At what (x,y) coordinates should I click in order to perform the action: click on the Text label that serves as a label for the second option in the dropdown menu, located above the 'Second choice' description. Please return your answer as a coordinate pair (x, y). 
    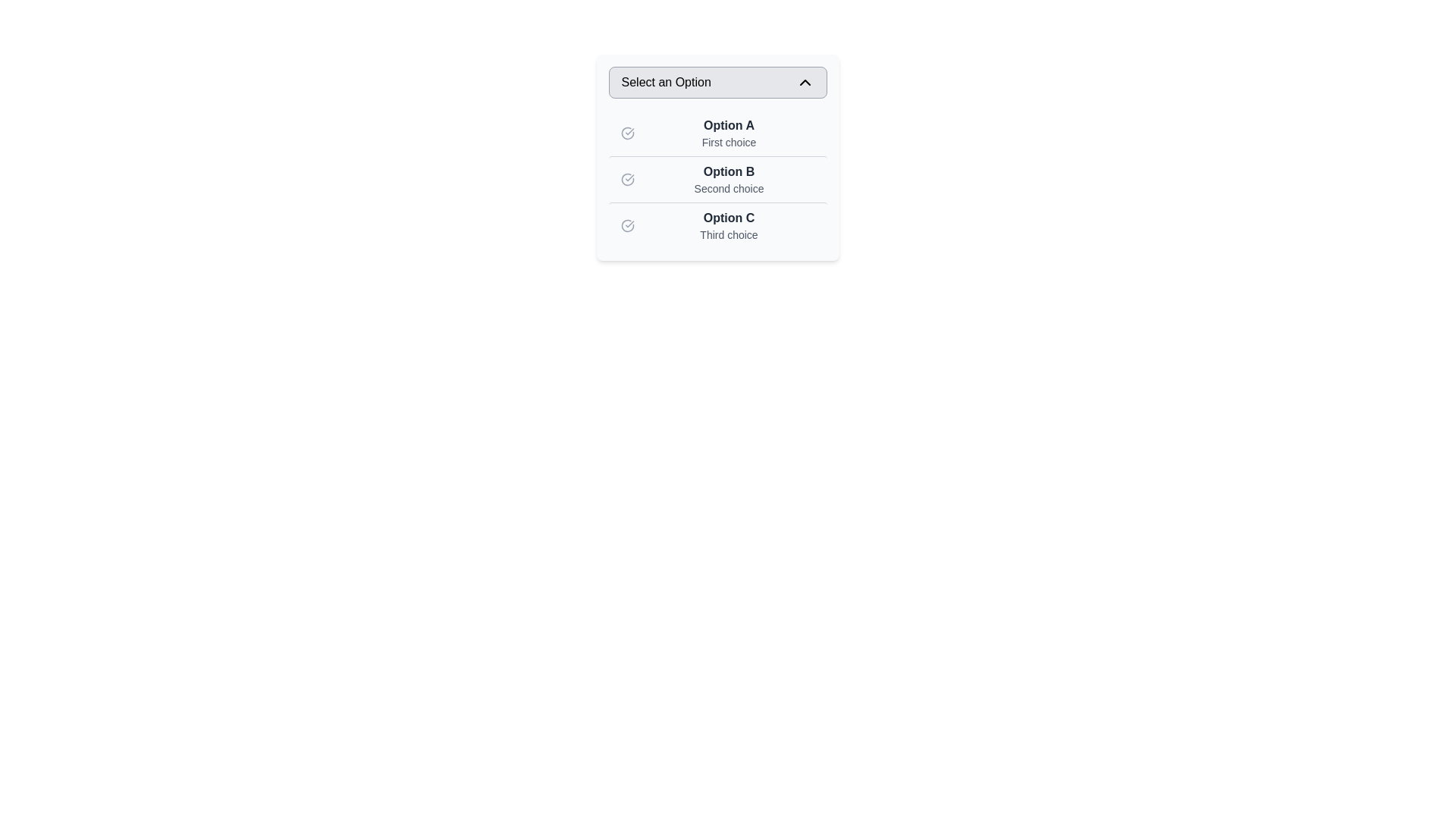
    Looking at the image, I should click on (729, 171).